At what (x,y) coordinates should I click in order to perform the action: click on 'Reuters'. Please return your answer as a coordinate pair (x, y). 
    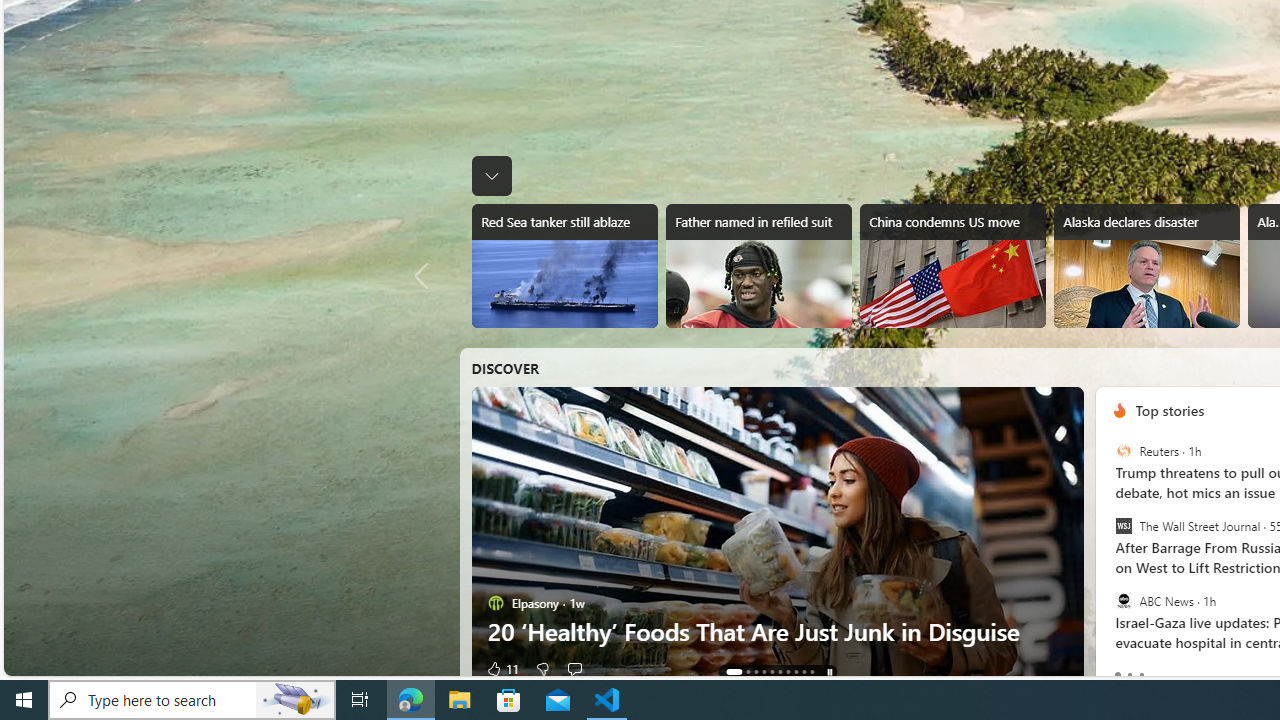
    Looking at the image, I should click on (1123, 451).